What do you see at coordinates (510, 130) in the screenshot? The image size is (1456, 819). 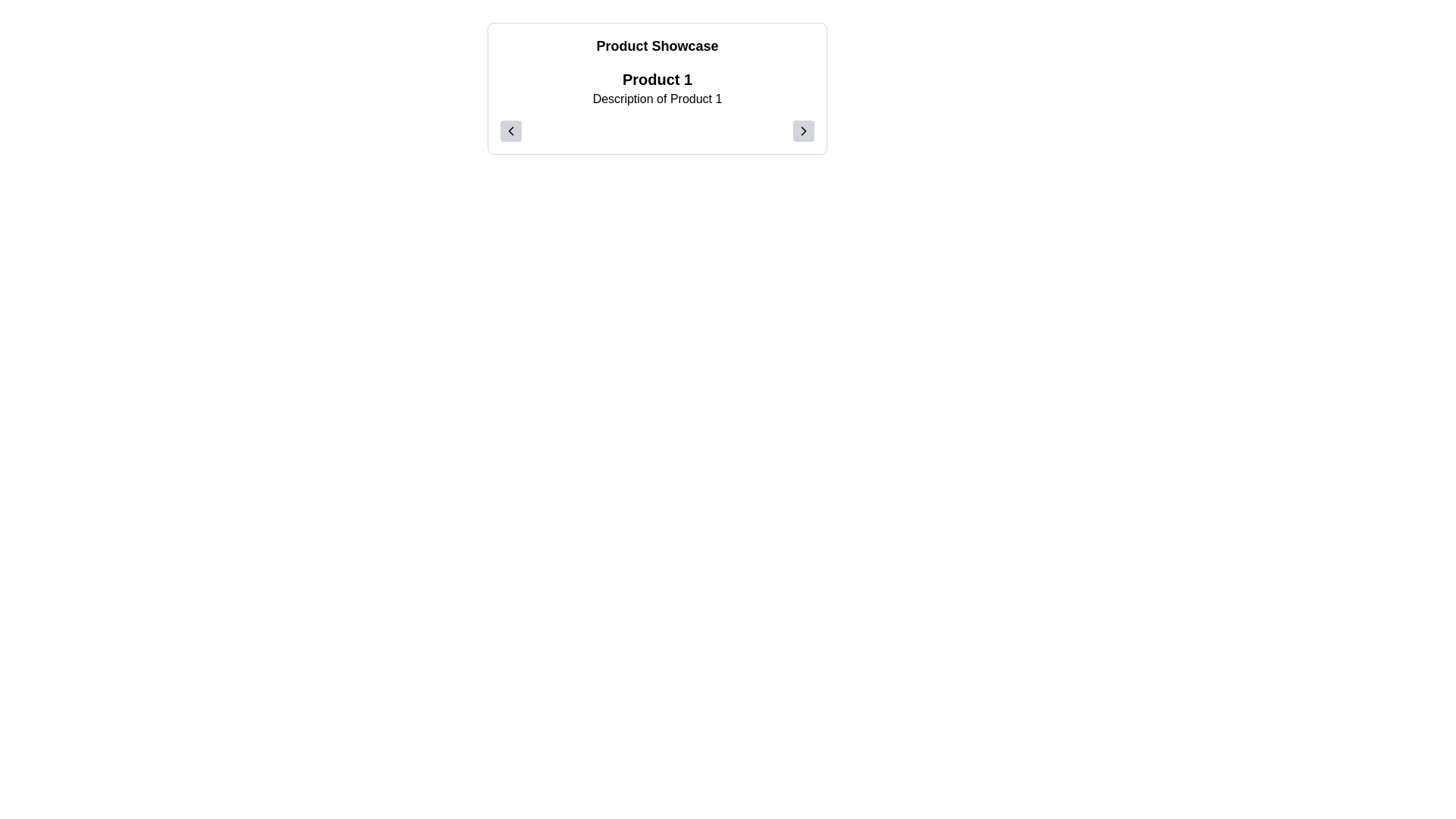 I see `the Icon Button located to the left of the 'Product Showcase' content area` at bounding box center [510, 130].